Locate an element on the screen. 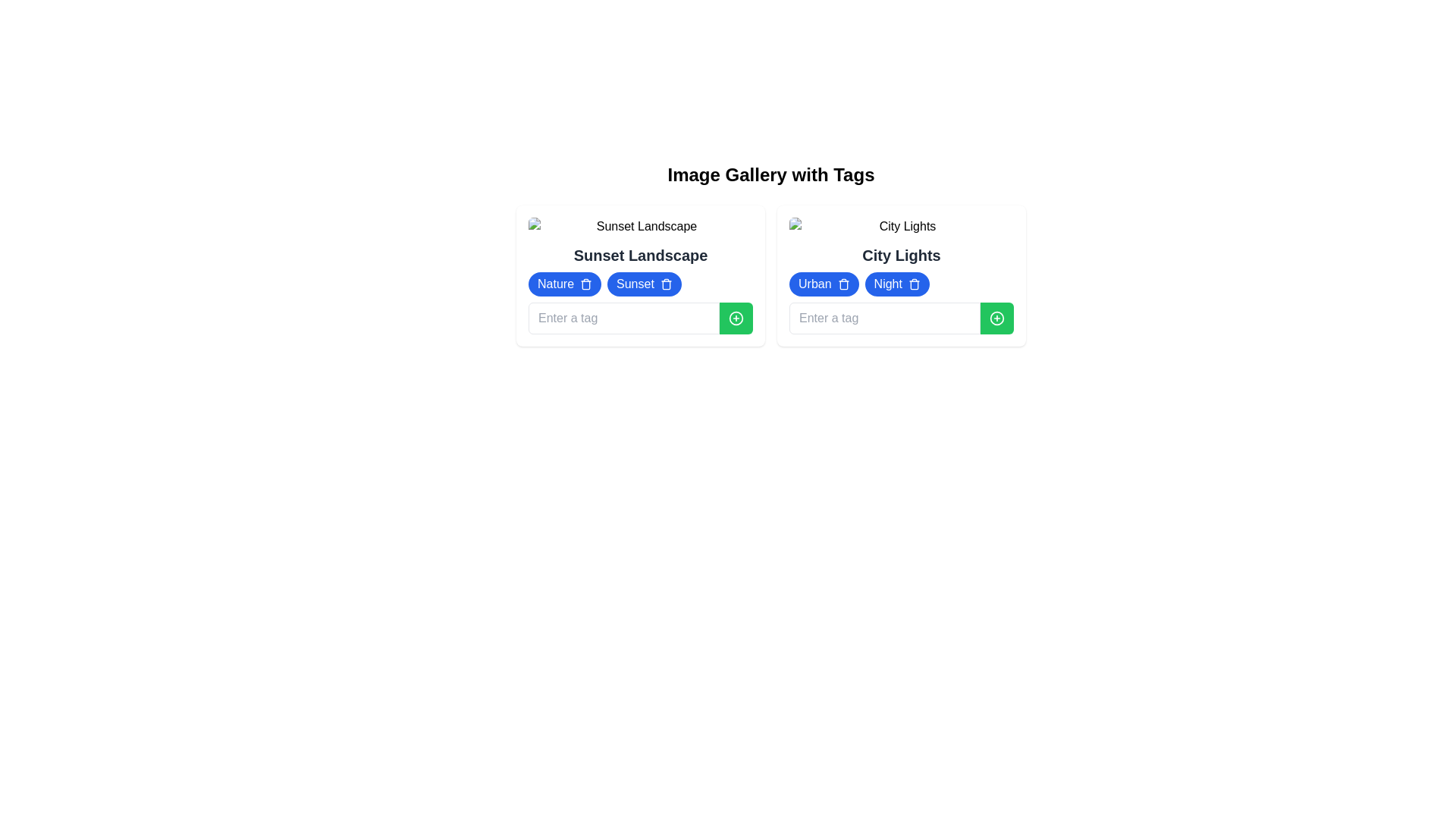 The image size is (1456, 819). the blue circular button labeled 'Sunset' with a deletion icon next to it in the second tag of the first card in the tag section is located at coordinates (640, 275).